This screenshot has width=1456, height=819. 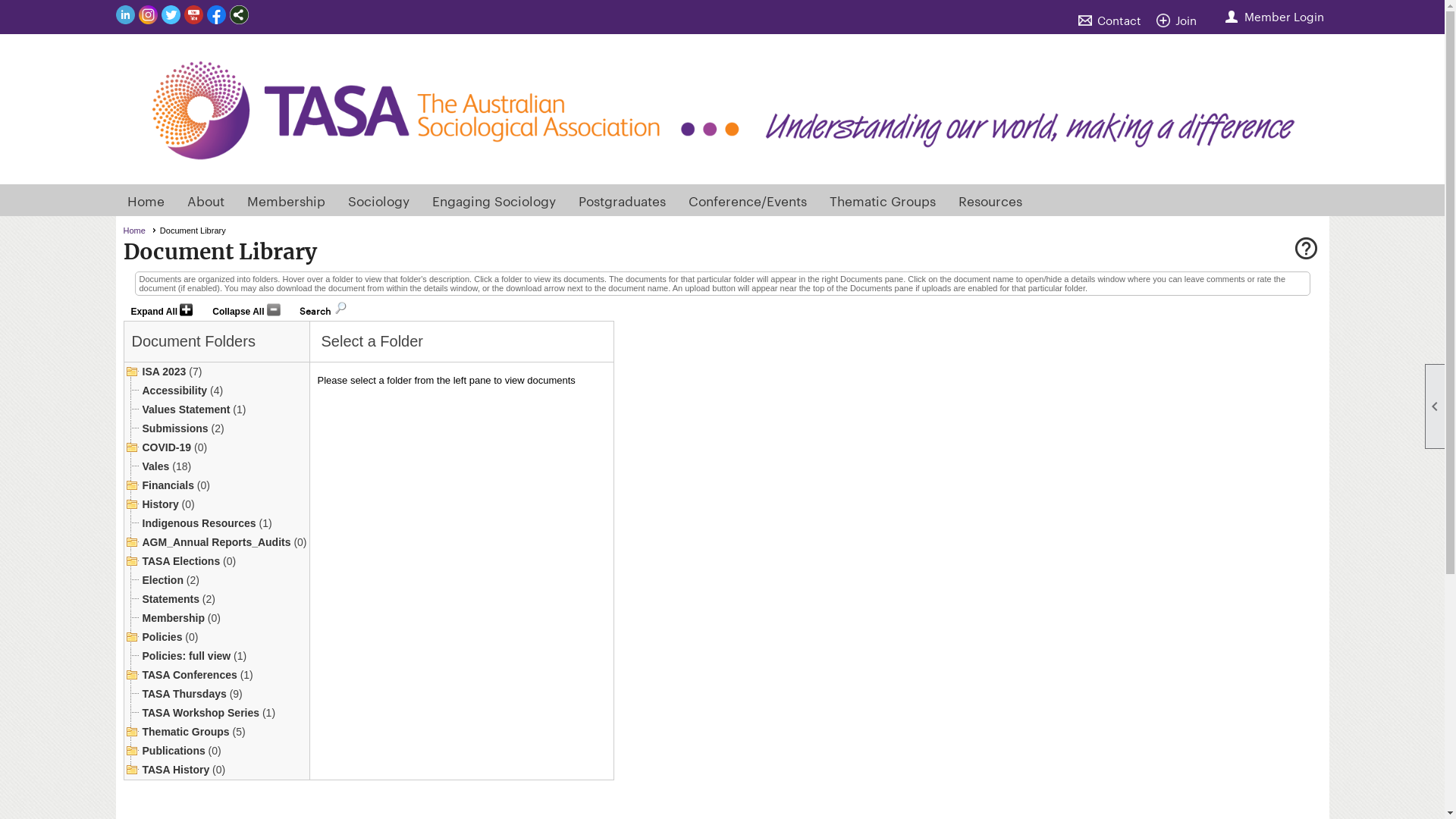 I want to click on 'Visit us on Instagram', so click(x=147, y=15).